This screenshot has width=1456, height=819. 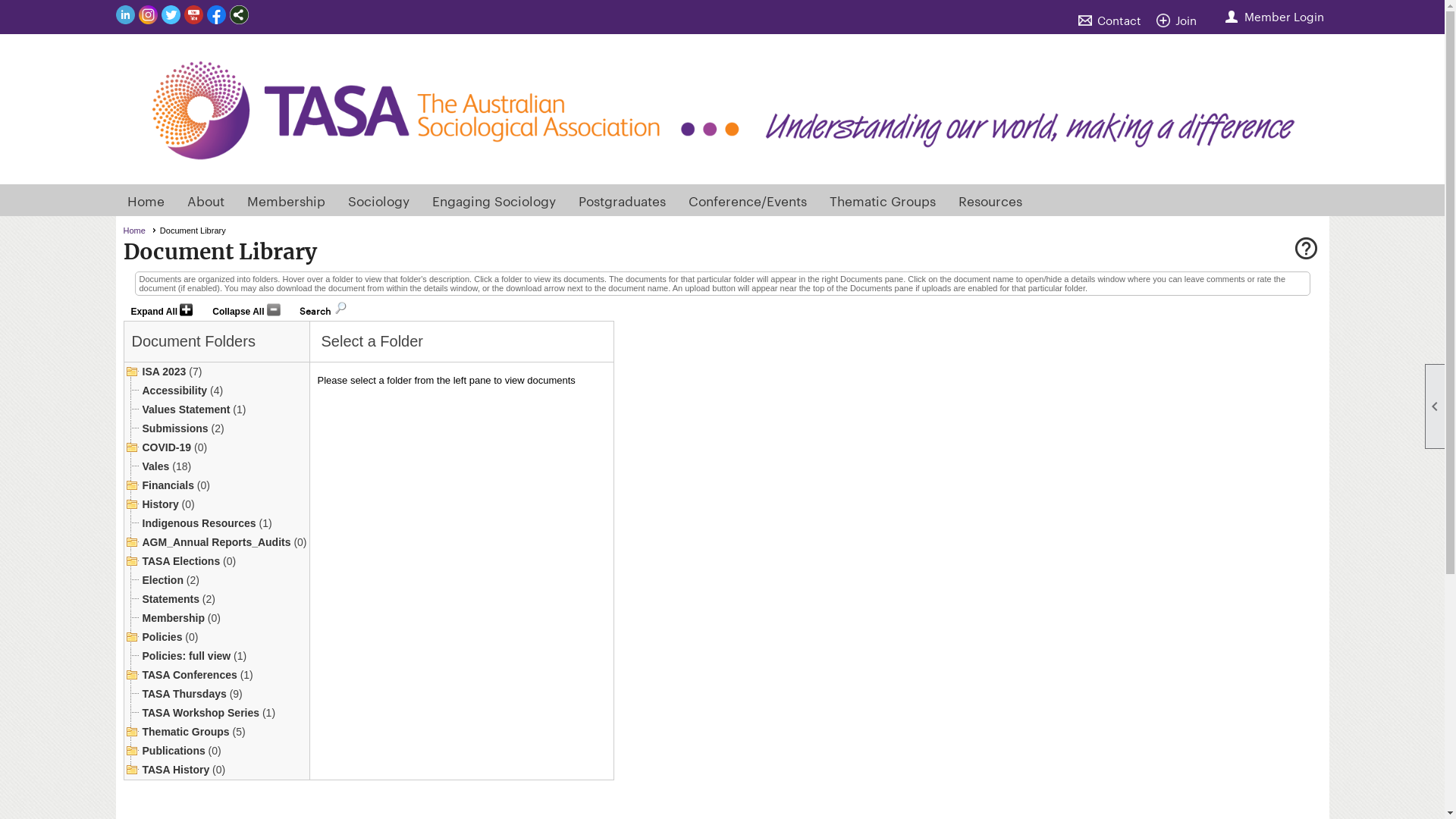 I want to click on 'Visit us on Instagram', so click(x=147, y=15).